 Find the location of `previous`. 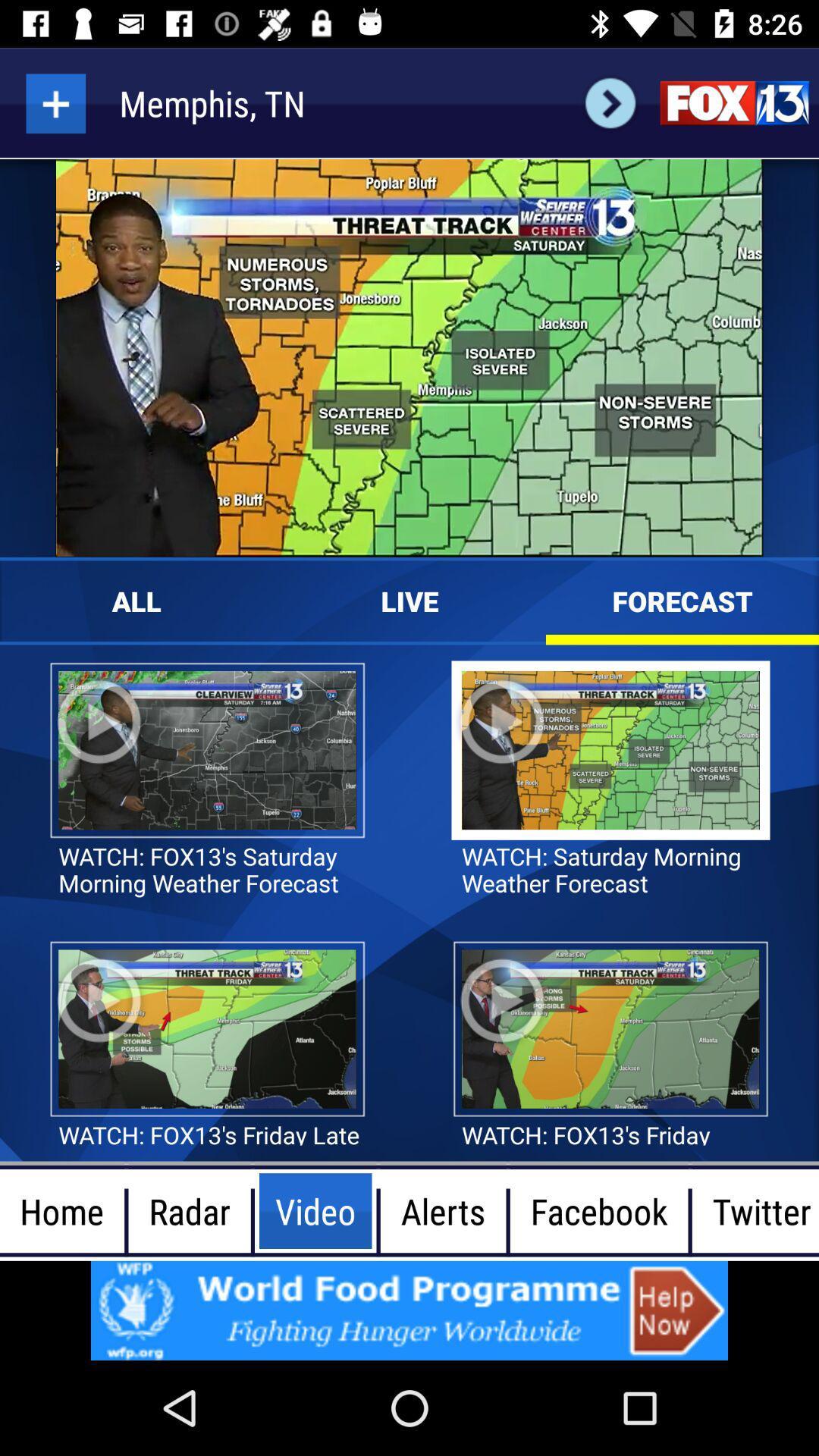

previous is located at coordinates (610, 102).